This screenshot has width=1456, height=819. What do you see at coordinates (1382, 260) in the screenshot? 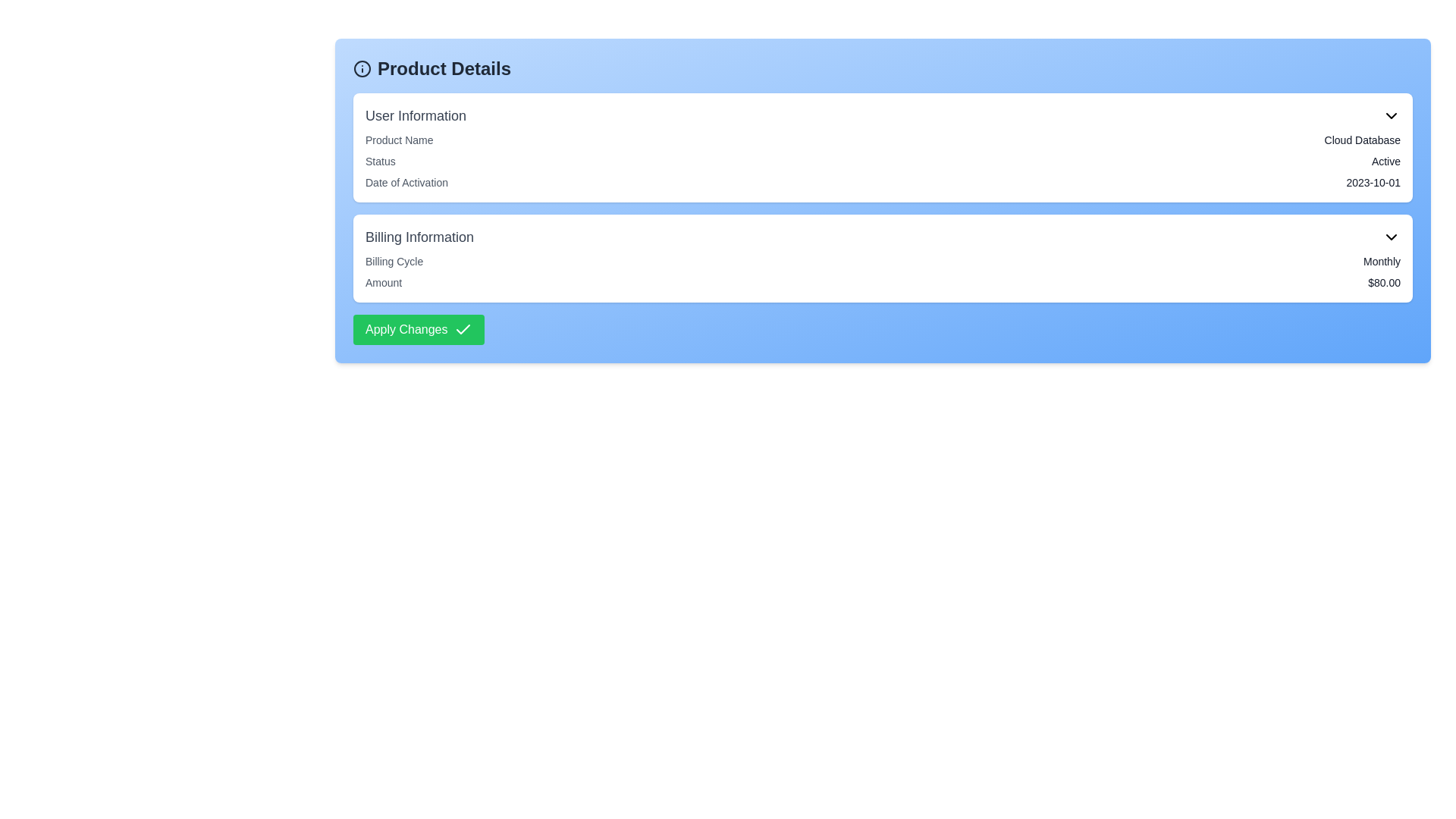
I see `the text display element that shows the current billing cycle selection, which is set as 'Monthly', located in the 'Billing Information' section to the right of the label 'Billing Cycle'` at bounding box center [1382, 260].